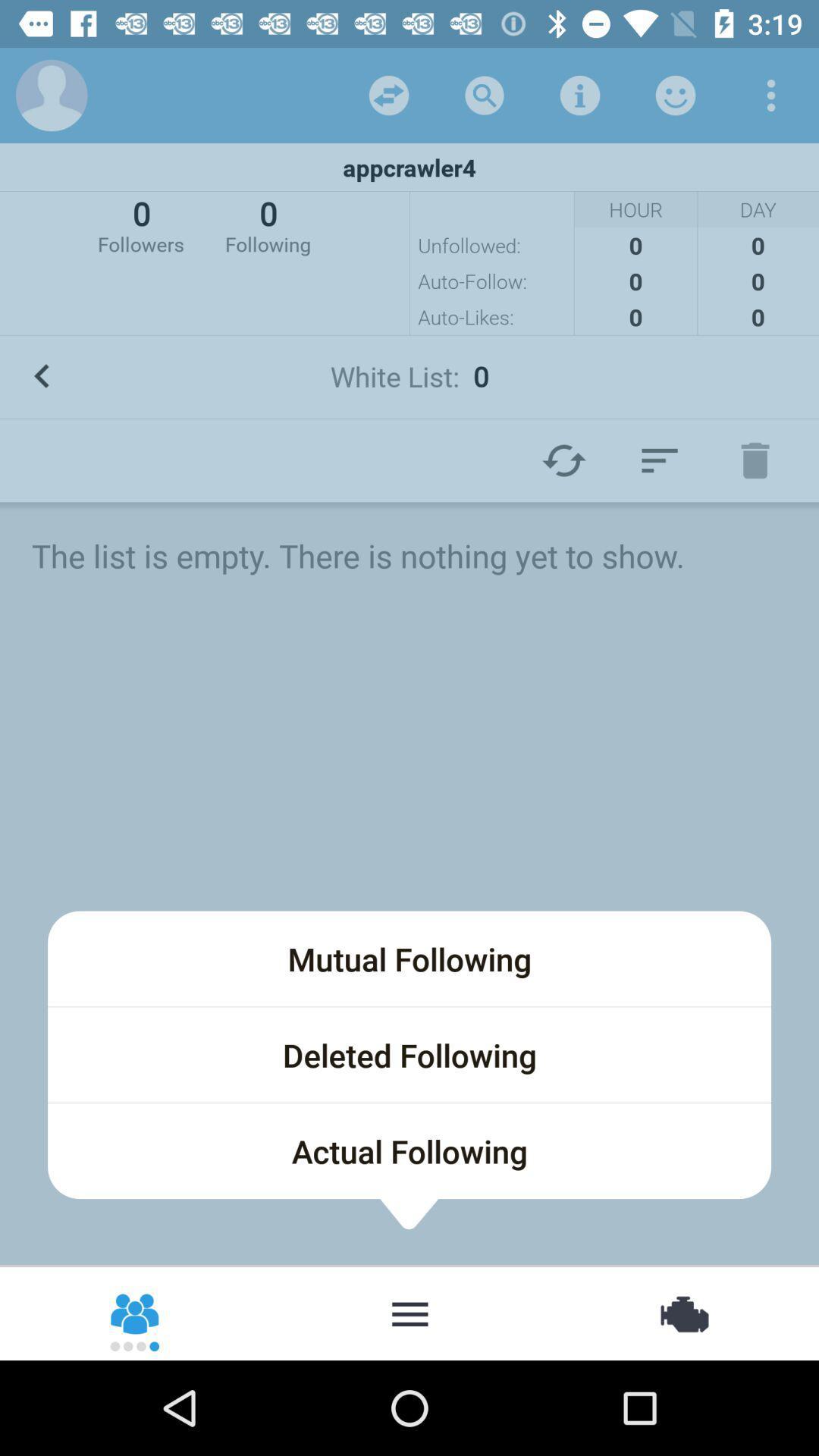 This screenshot has width=819, height=1456. I want to click on the delete icon, so click(755, 460).